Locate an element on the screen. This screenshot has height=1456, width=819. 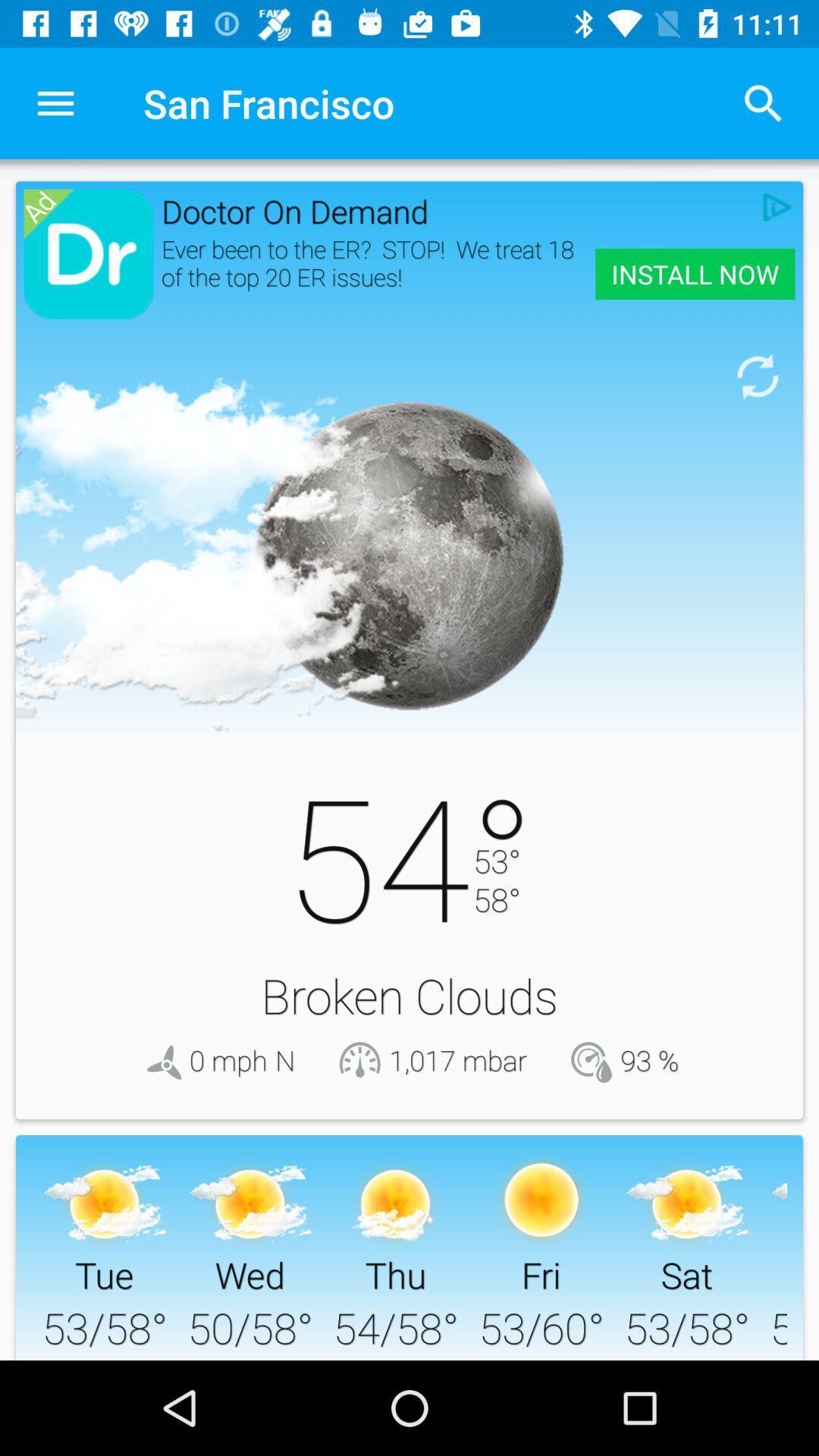
the icon next to san francisco icon is located at coordinates (55, 102).